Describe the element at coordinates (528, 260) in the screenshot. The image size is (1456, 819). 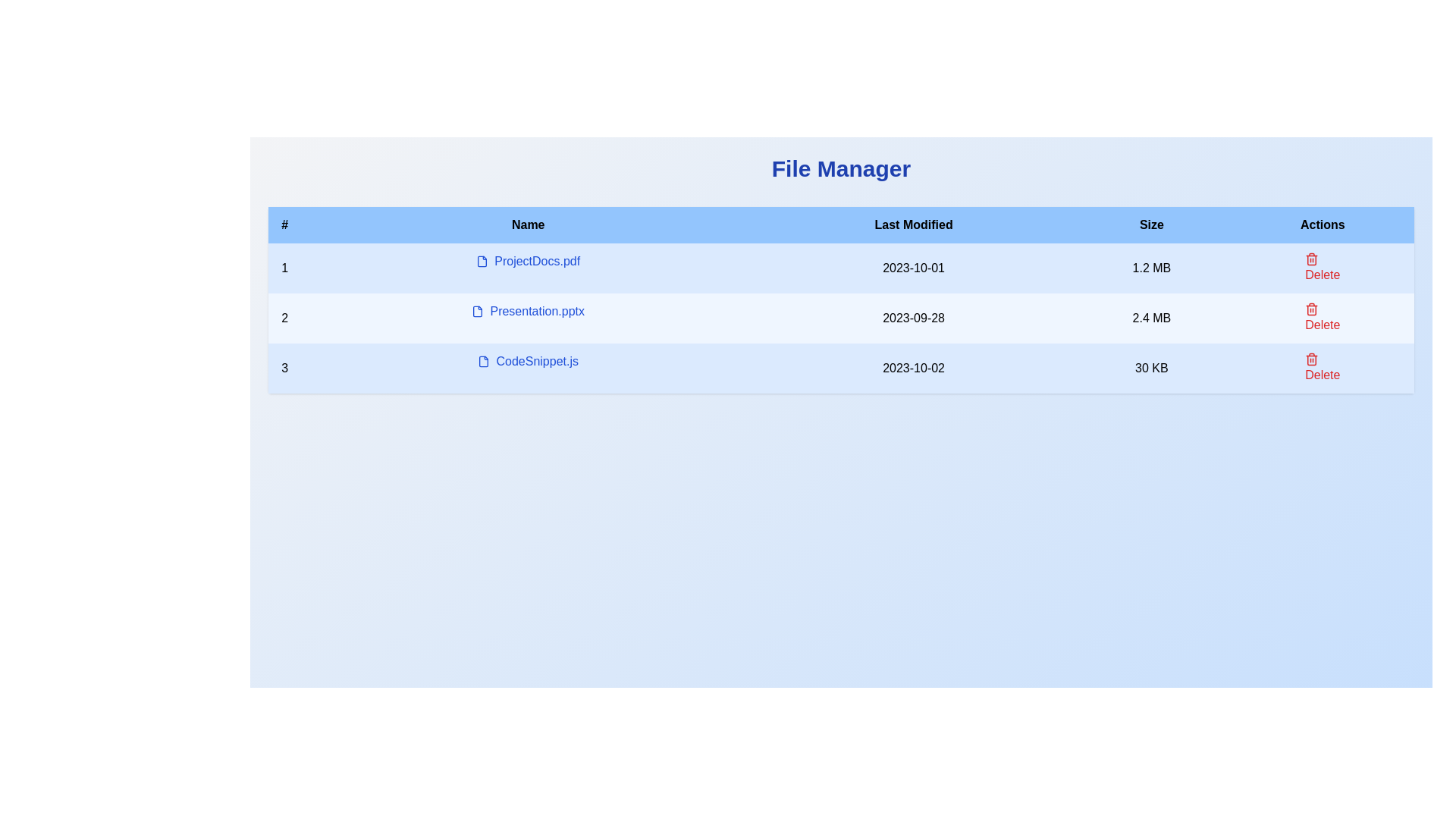
I see `the label displaying the file name 'ProjectDocs.pdf' located in the first row of the 'Name' column, positioned between the file icon and the 'Last Modified' column` at that location.